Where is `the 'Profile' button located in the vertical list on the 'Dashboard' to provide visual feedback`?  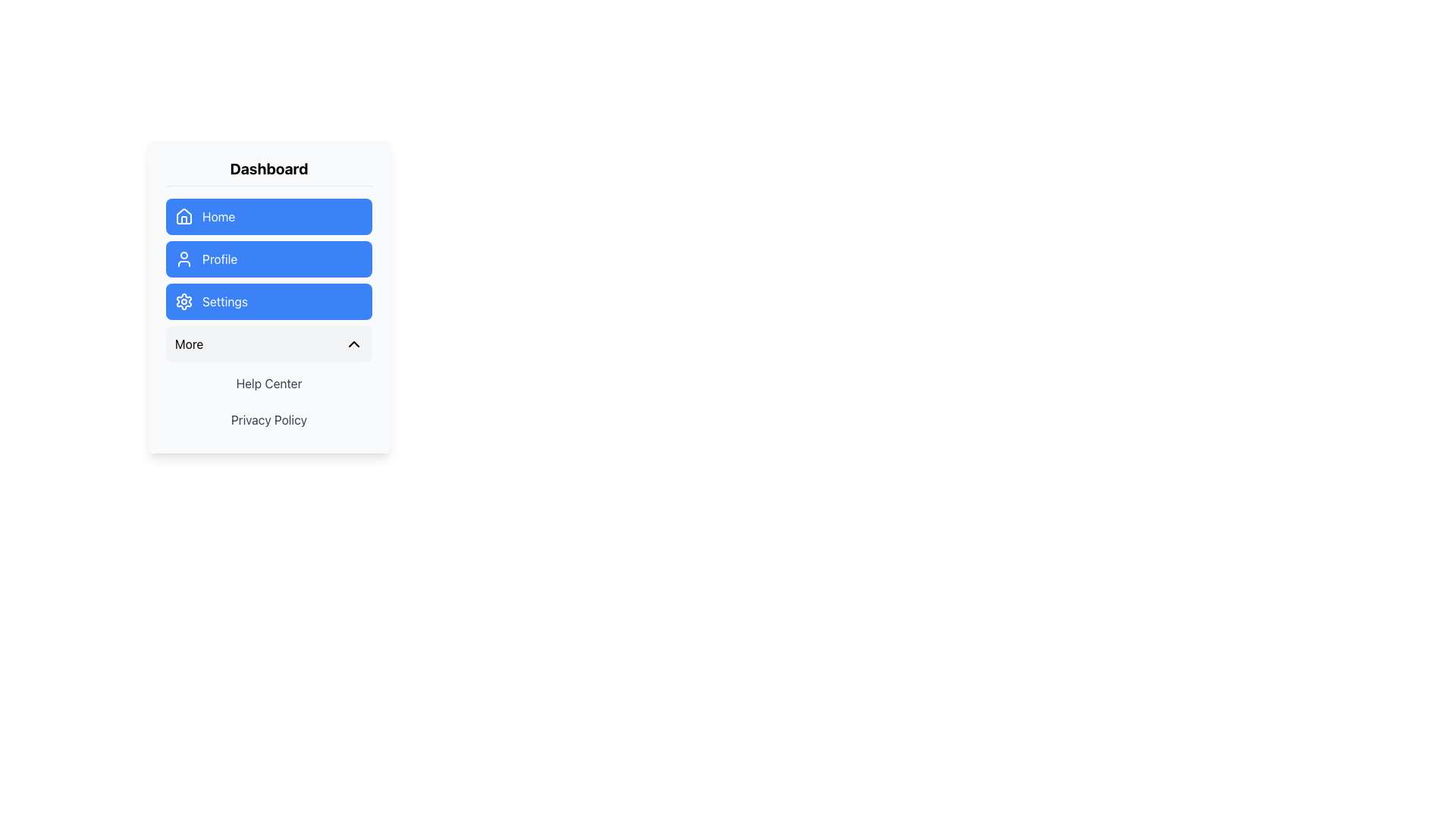
the 'Profile' button located in the vertical list on the 'Dashboard' to provide visual feedback is located at coordinates (269, 259).